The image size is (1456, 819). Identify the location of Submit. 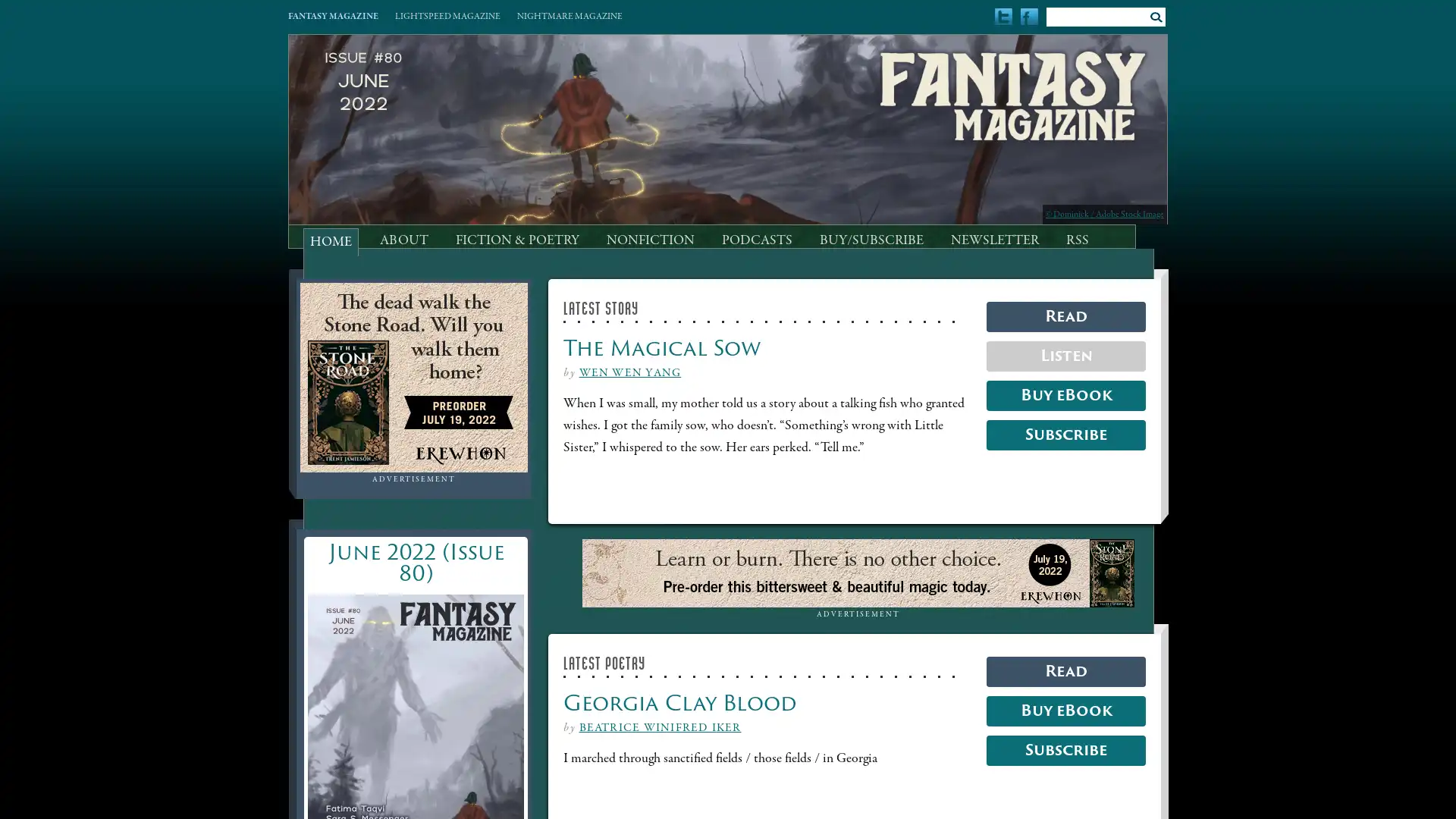
(1175, 16).